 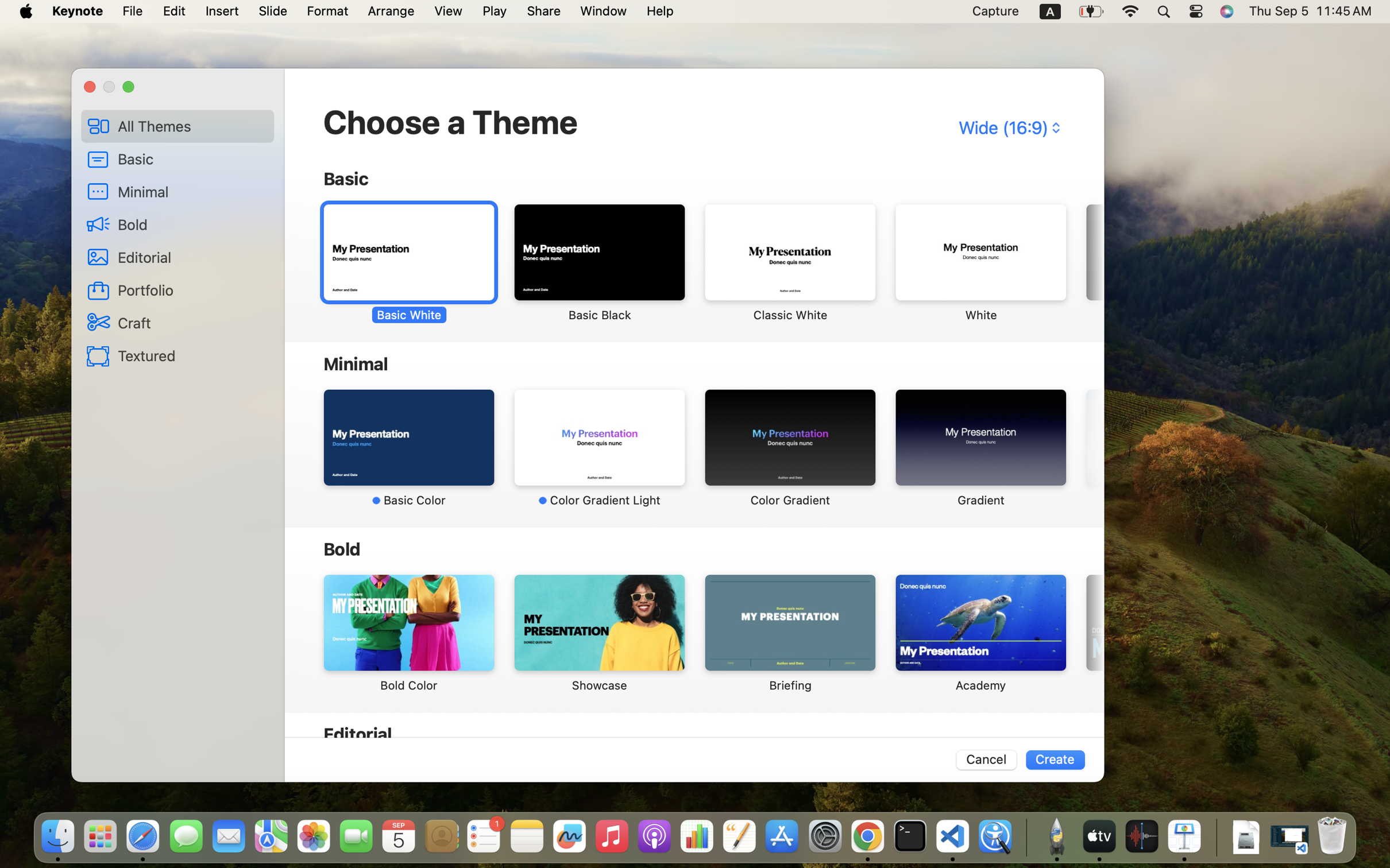 I want to click on 'Minimal', so click(x=192, y=191).